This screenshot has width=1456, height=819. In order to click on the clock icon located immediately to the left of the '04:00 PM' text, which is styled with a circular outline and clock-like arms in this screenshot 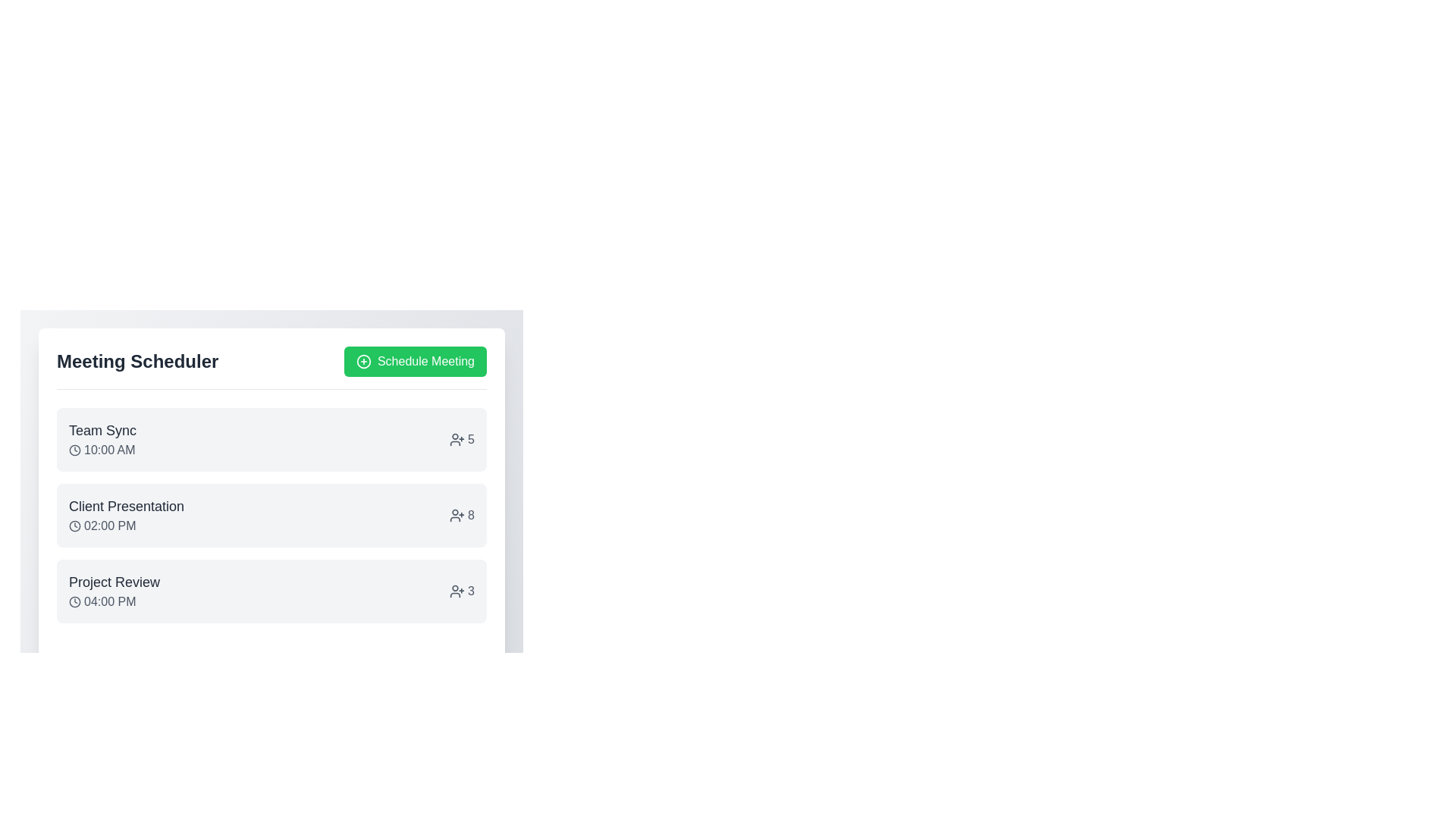, I will do `click(74, 601)`.